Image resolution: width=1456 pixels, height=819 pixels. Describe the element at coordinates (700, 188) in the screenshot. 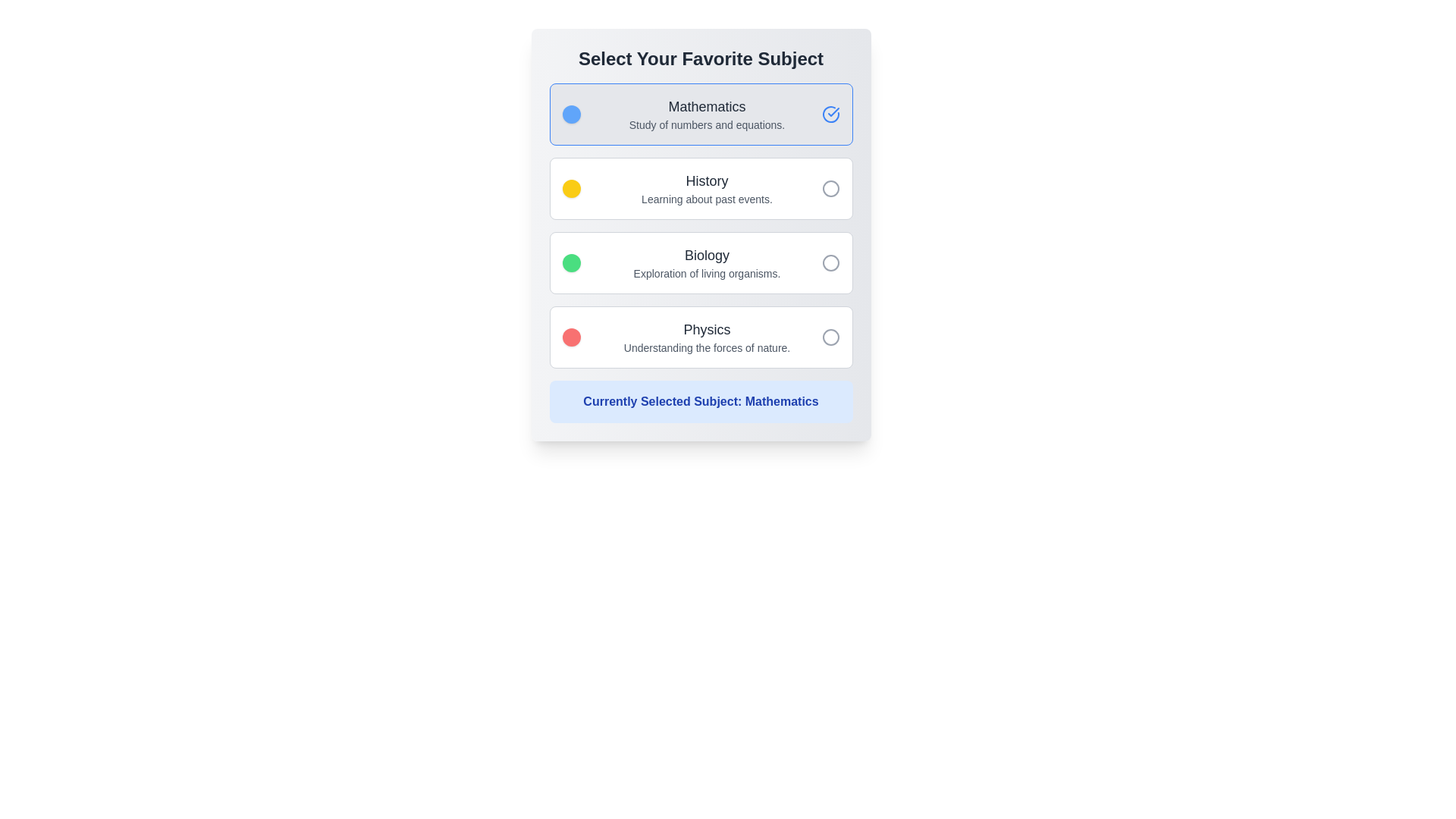

I see `the 'History' selectable card option with a radio button` at that location.